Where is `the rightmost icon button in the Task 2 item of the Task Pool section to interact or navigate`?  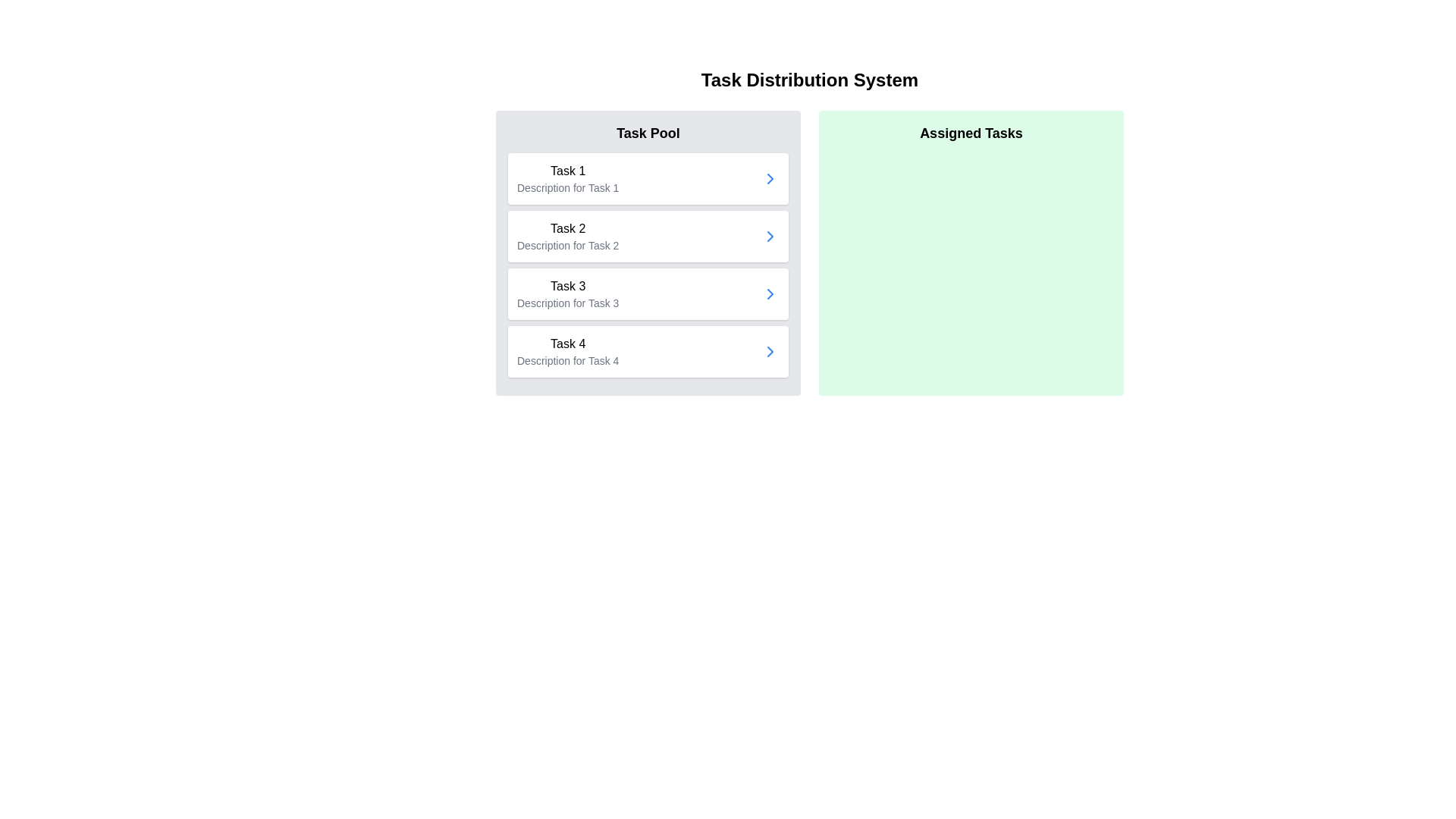 the rightmost icon button in the Task 2 item of the Task Pool section to interact or navigate is located at coordinates (770, 237).